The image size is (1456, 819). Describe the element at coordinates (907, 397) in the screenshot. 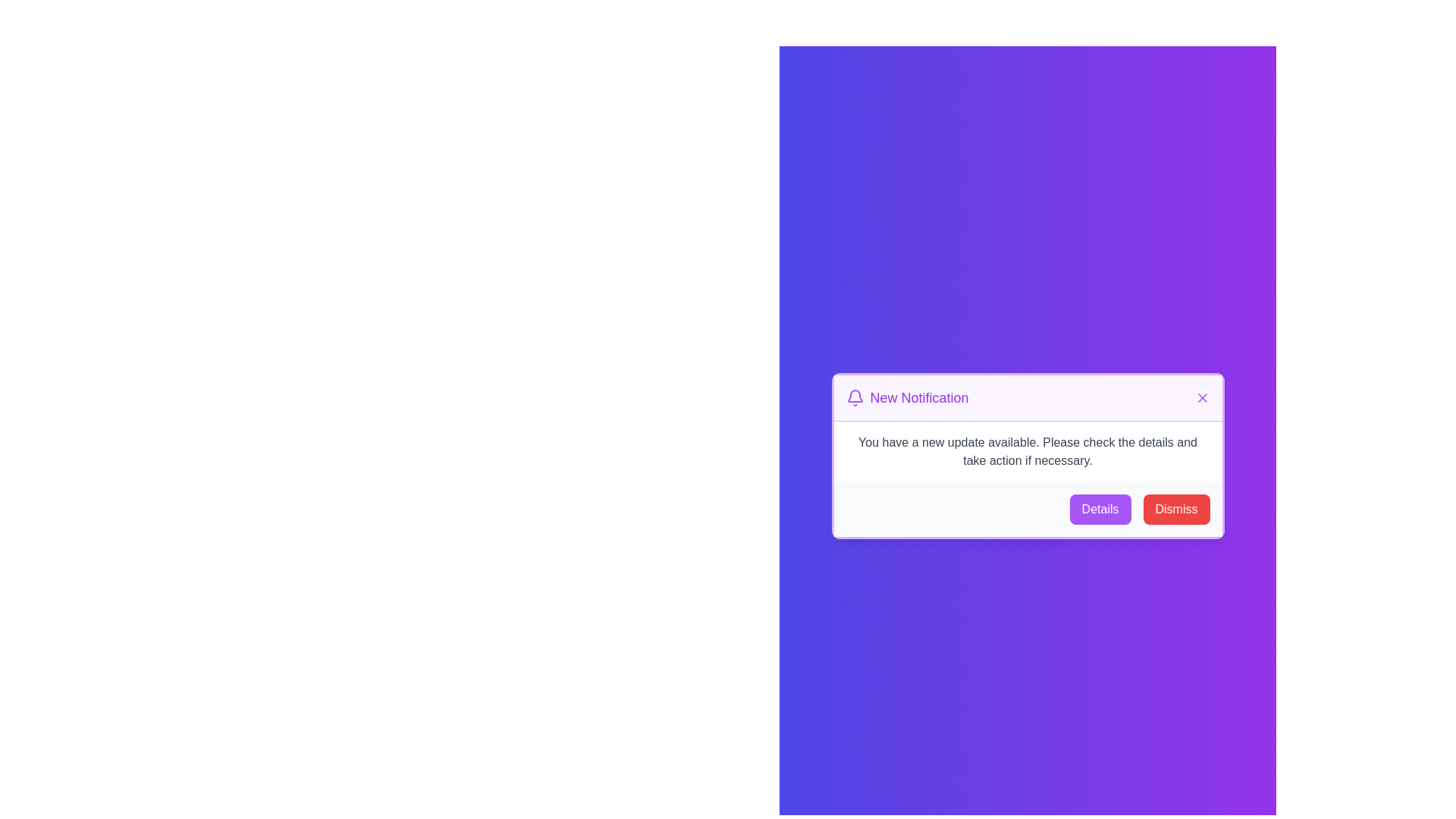

I see `the combined icon and text label in the notification header that indicates a new message or update, which is located to the left of the header bar's center with a purple background` at that location.